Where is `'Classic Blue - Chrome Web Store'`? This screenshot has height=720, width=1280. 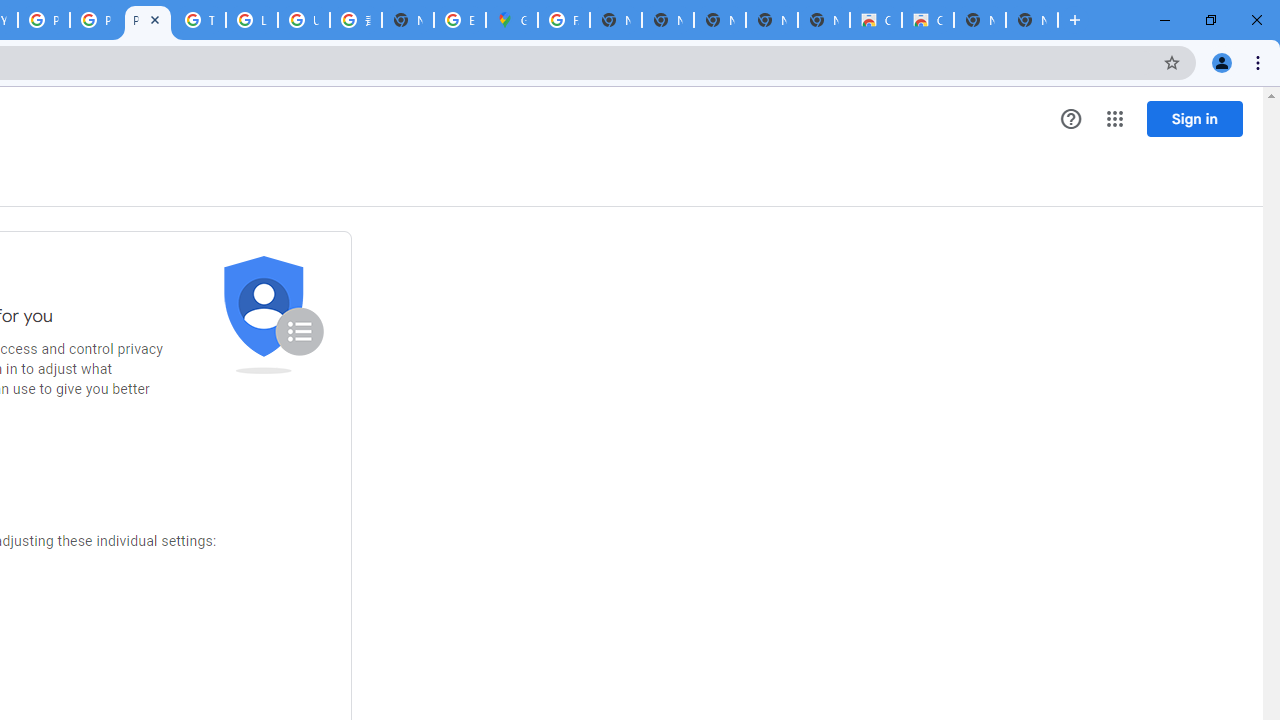 'Classic Blue - Chrome Web Store' is located at coordinates (876, 20).